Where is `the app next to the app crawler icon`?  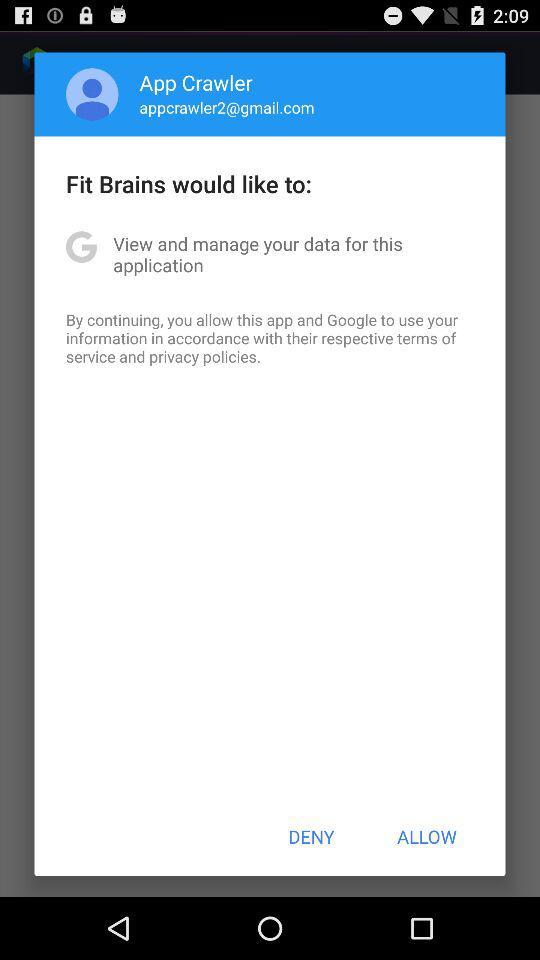 the app next to the app crawler icon is located at coordinates (91, 94).